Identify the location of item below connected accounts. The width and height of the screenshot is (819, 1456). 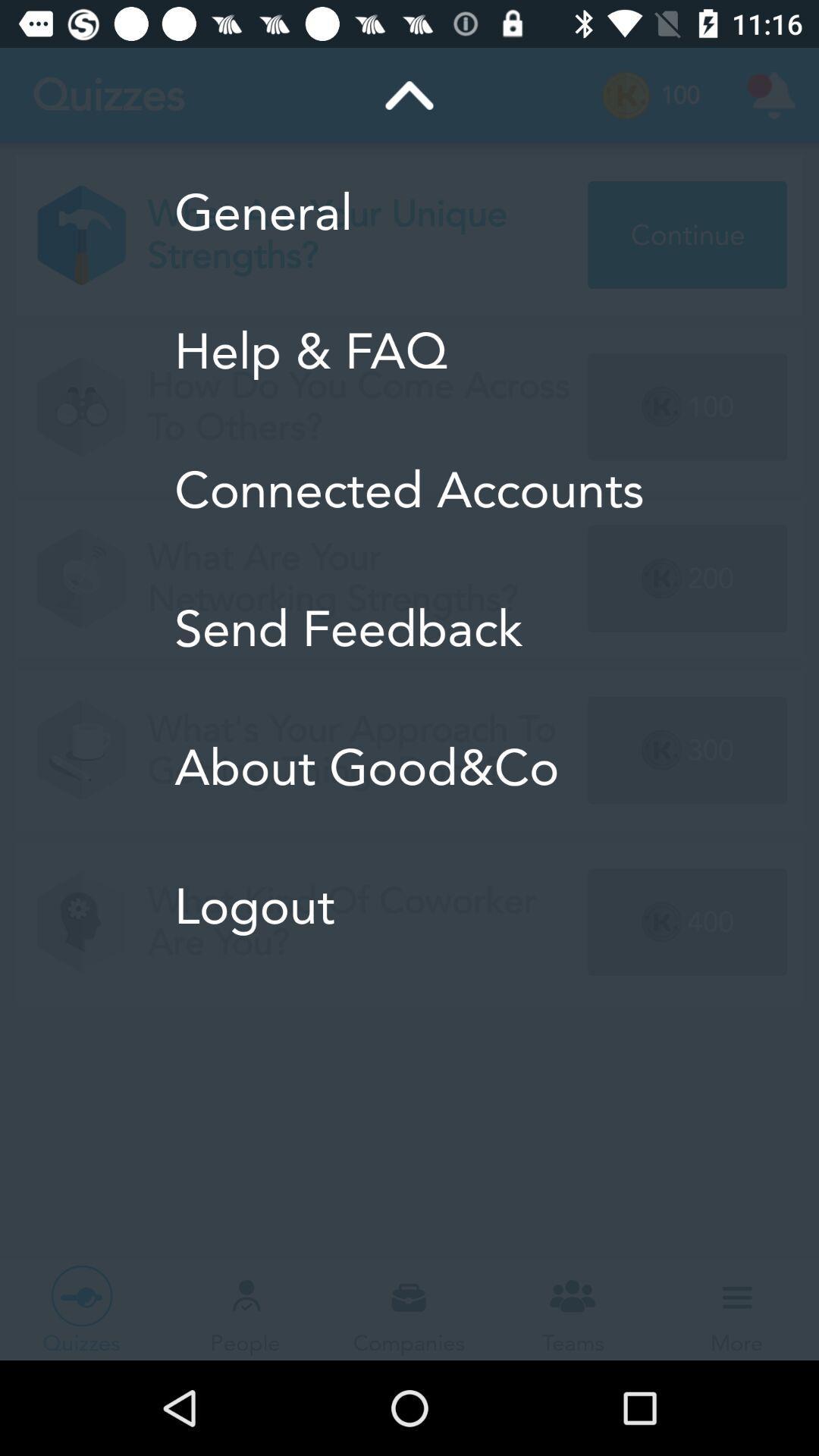
(408, 629).